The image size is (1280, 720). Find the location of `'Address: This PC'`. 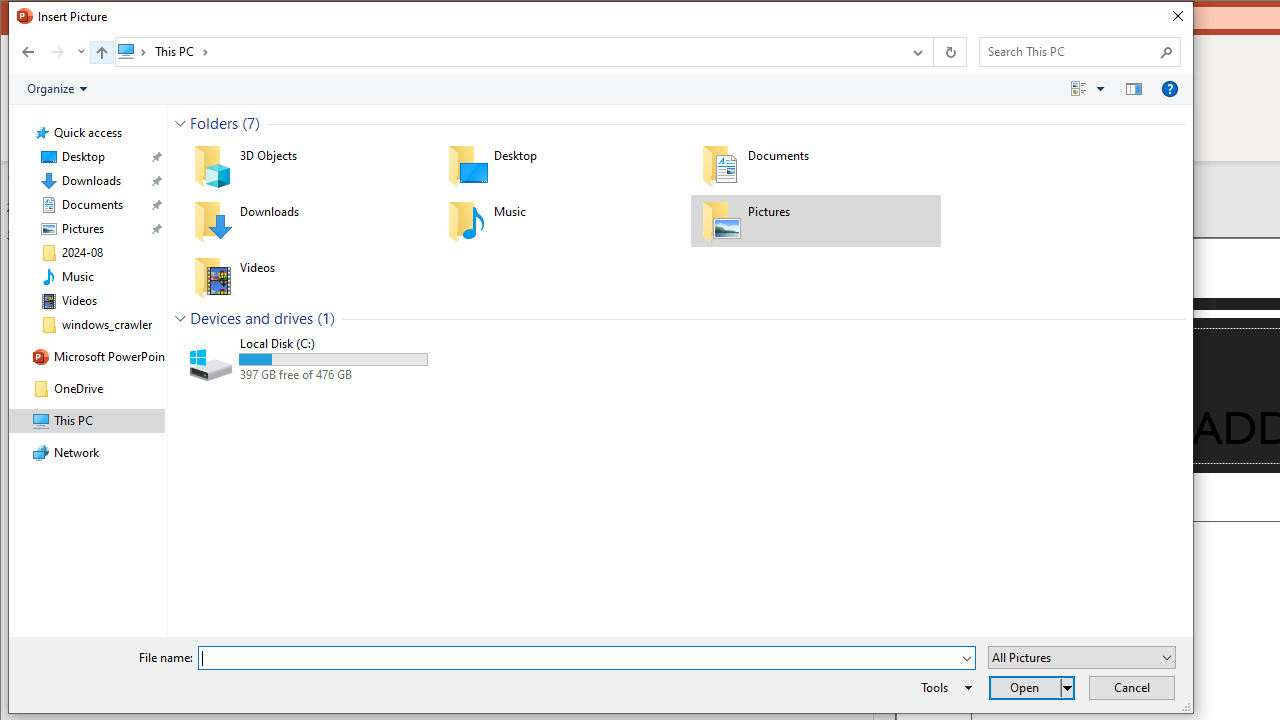

'Address: This PC' is located at coordinates (508, 50).